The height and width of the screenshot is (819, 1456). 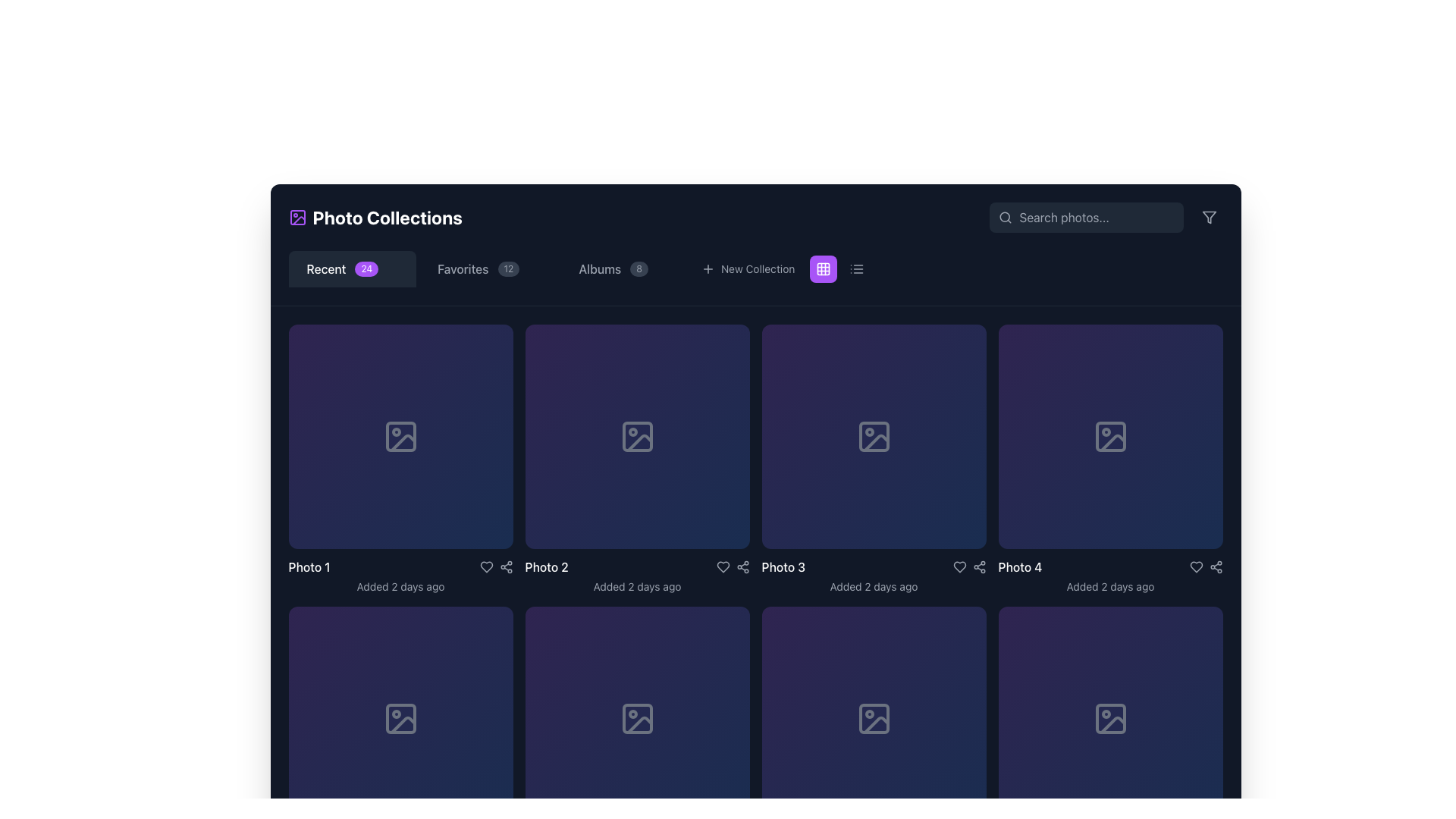 I want to click on the download icon button, which is represented by a downward arrowhead combined with a horizontal line, located in the second cell of the top row within a grid layout, so click(x=637, y=436).